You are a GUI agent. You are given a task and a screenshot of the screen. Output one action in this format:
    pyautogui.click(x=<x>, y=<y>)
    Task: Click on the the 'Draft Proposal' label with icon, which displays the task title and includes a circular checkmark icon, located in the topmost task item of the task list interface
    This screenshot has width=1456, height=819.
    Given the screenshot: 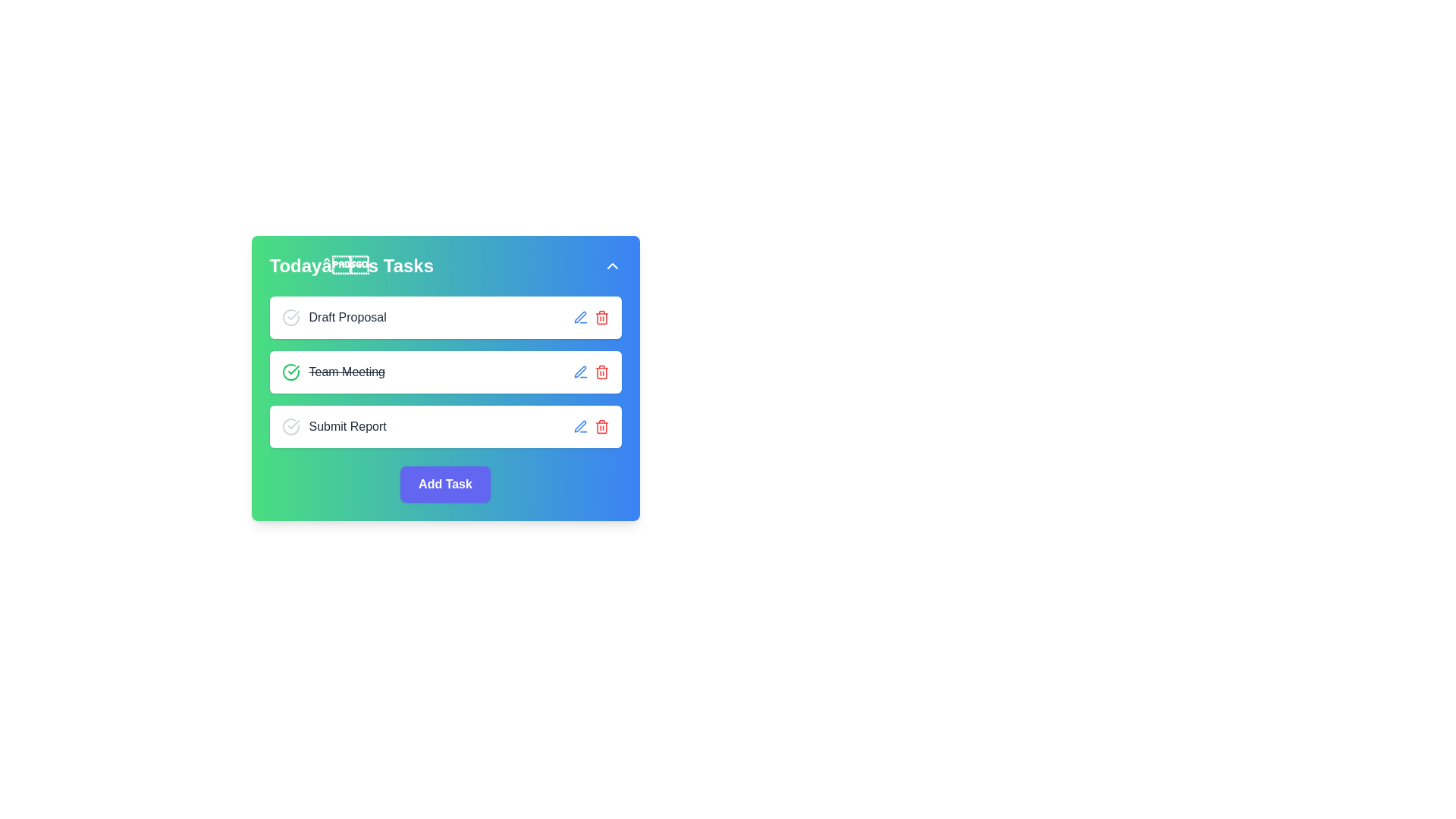 What is the action you would take?
    pyautogui.click(x=333, y=317)
    